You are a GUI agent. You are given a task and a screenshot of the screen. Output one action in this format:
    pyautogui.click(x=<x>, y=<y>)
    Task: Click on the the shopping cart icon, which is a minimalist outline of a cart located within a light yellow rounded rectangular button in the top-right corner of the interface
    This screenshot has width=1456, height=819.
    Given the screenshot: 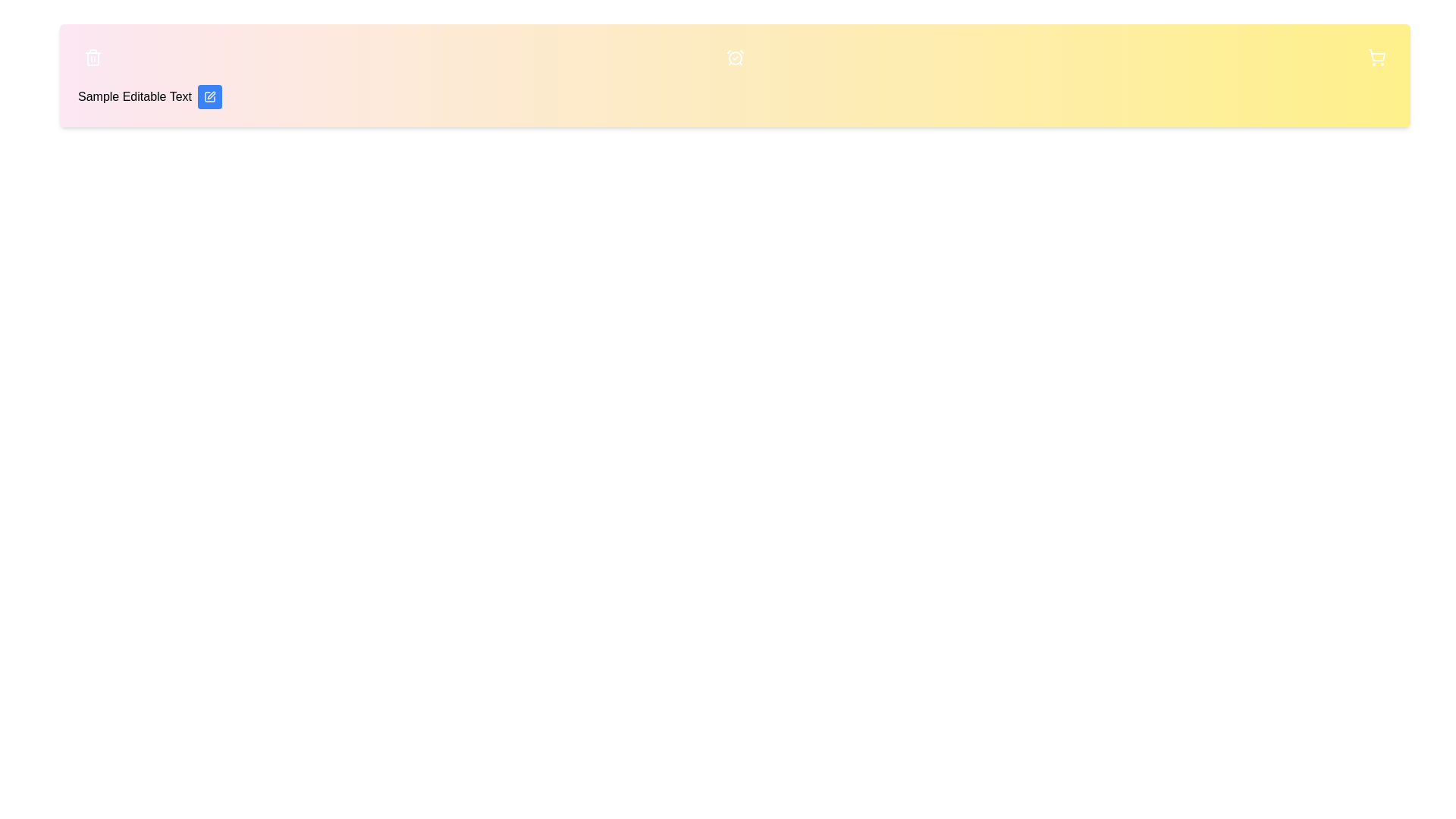 What is the action you would take?
    pyautogui.click(x=1376, y=57)
    